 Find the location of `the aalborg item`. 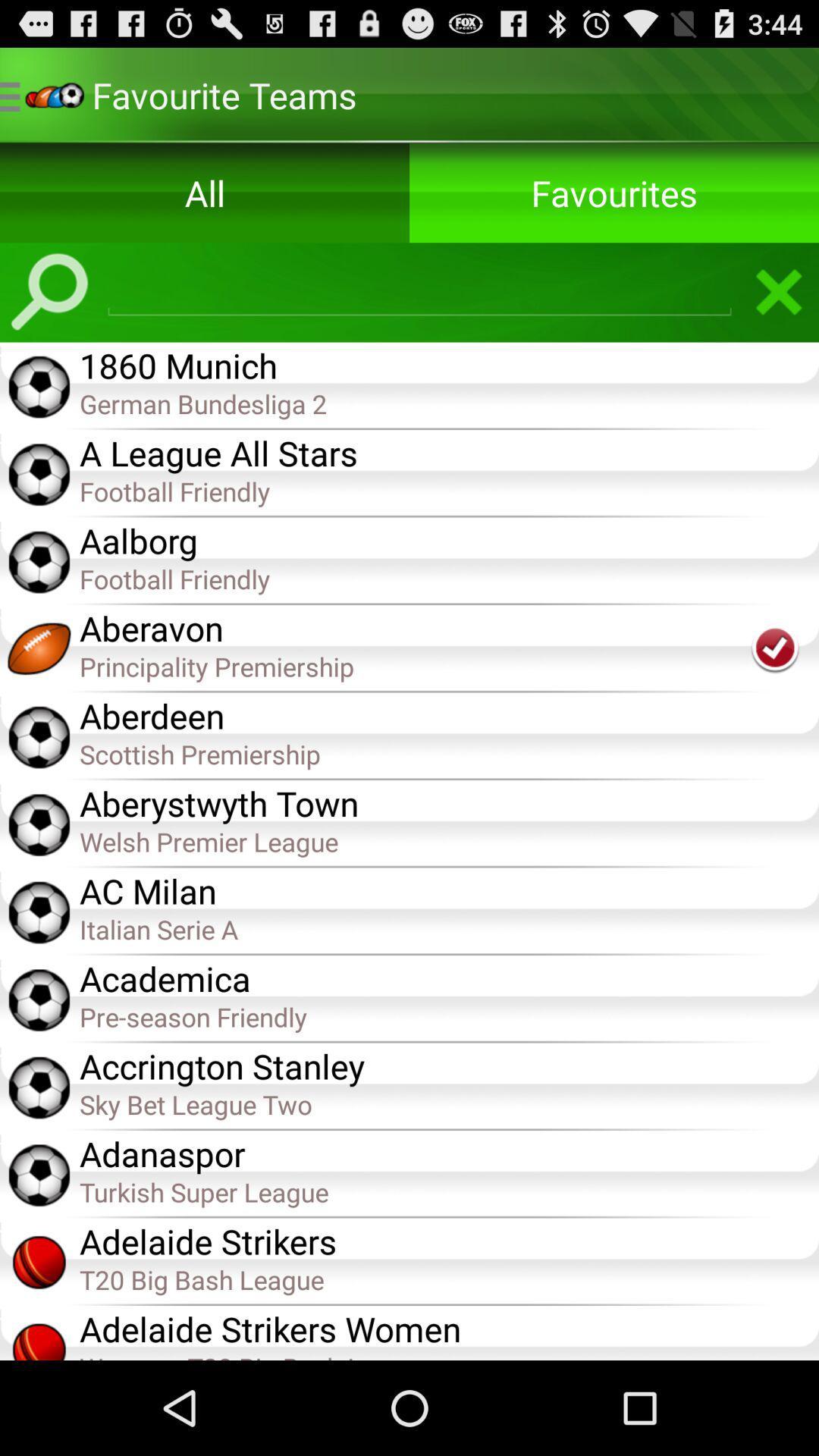

the aalborg item is located at coordinates (448, 539).